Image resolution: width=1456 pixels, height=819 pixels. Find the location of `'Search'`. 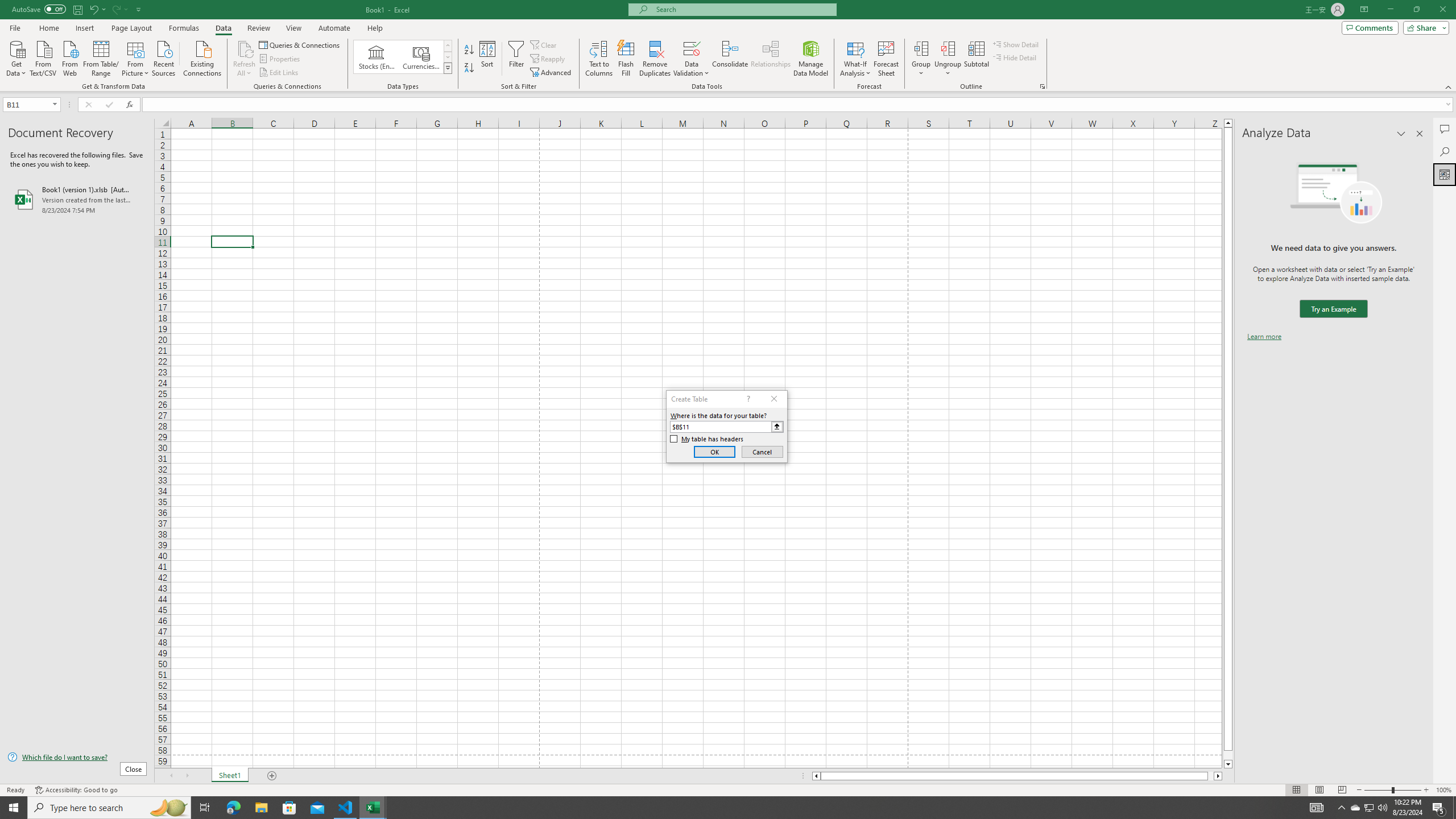

'Search' is located at coordinates (1444, 152).